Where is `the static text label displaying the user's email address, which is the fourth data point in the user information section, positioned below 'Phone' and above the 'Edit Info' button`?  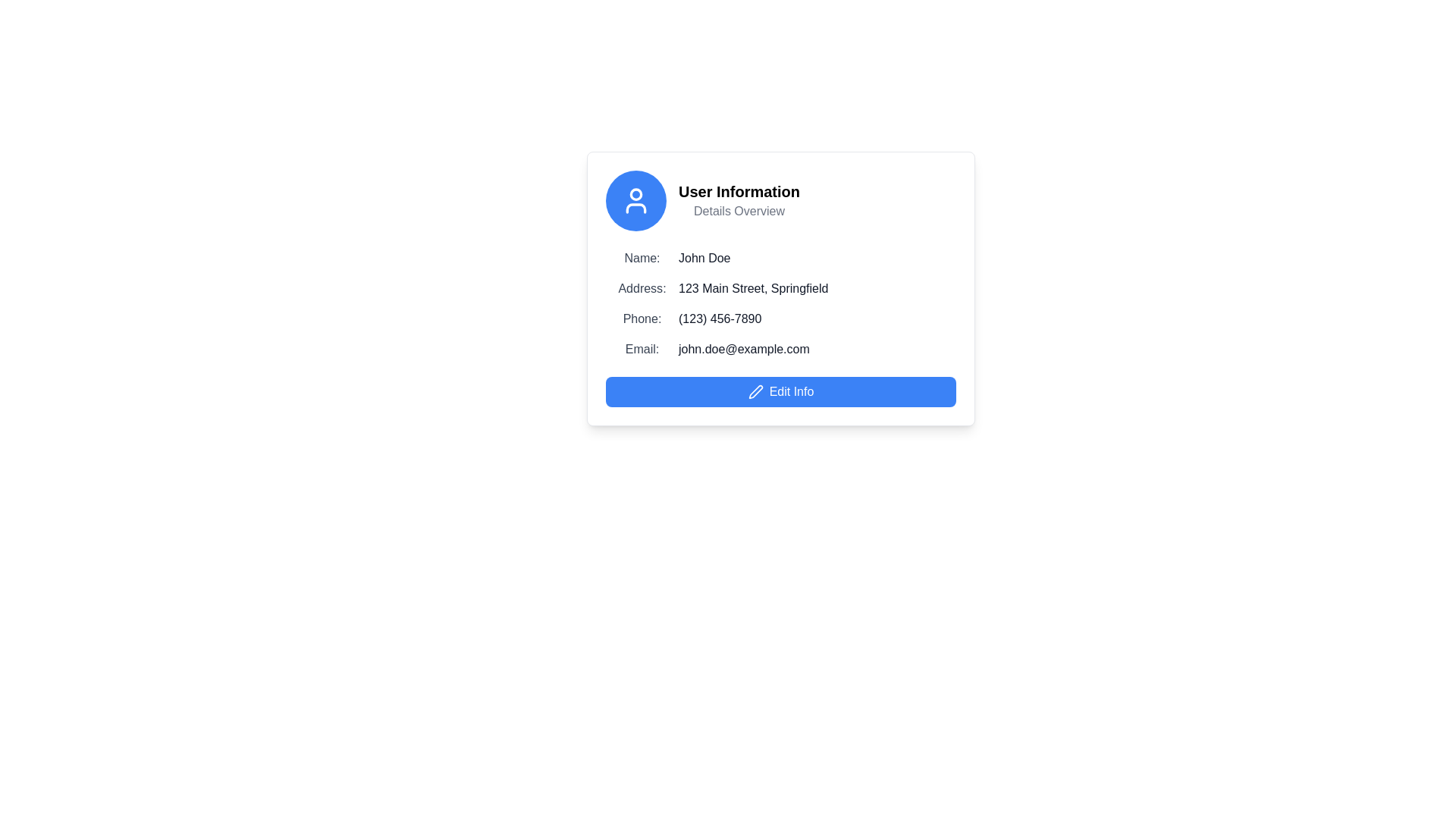
the static text label displaying the user's email address, which is the fourth data point in the user information section, positioned below 'Phone' and above the 'Edit Info' button is located at coordinates (781, 350).